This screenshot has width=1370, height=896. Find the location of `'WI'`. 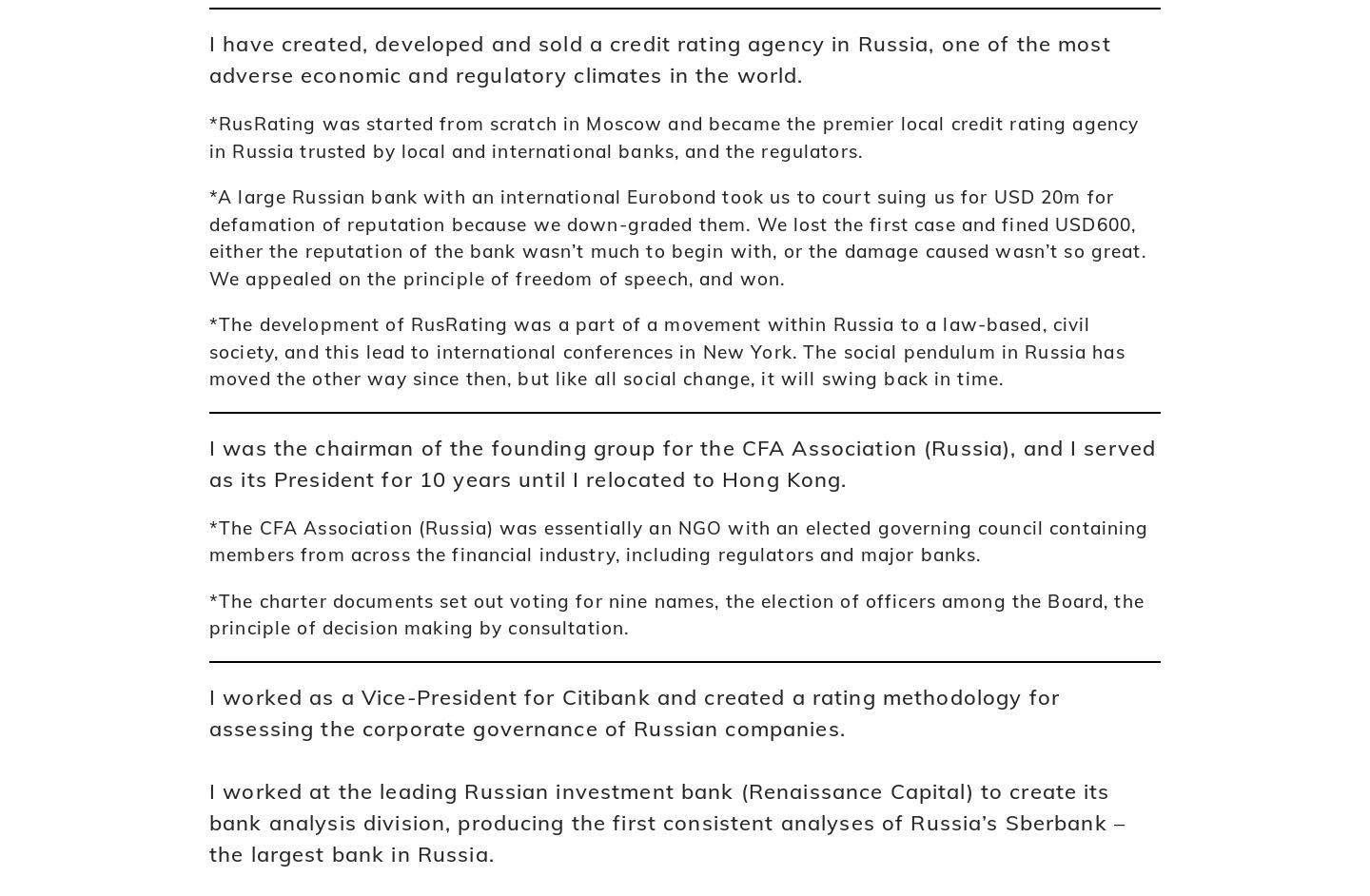

'WI' is located at coordinates (269, 395).